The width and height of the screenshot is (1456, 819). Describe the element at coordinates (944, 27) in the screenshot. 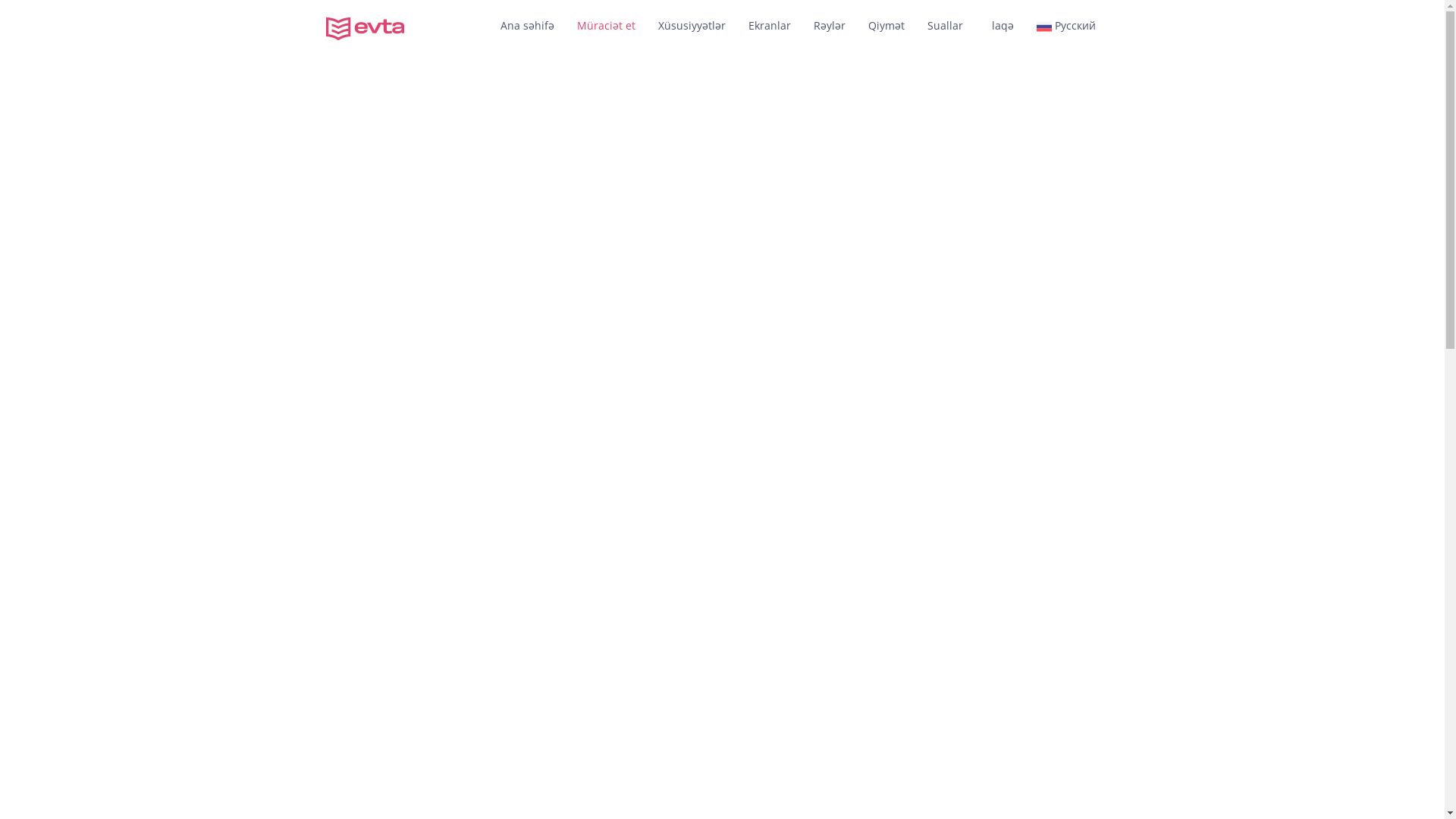

I see `'Suallar'` at that location.